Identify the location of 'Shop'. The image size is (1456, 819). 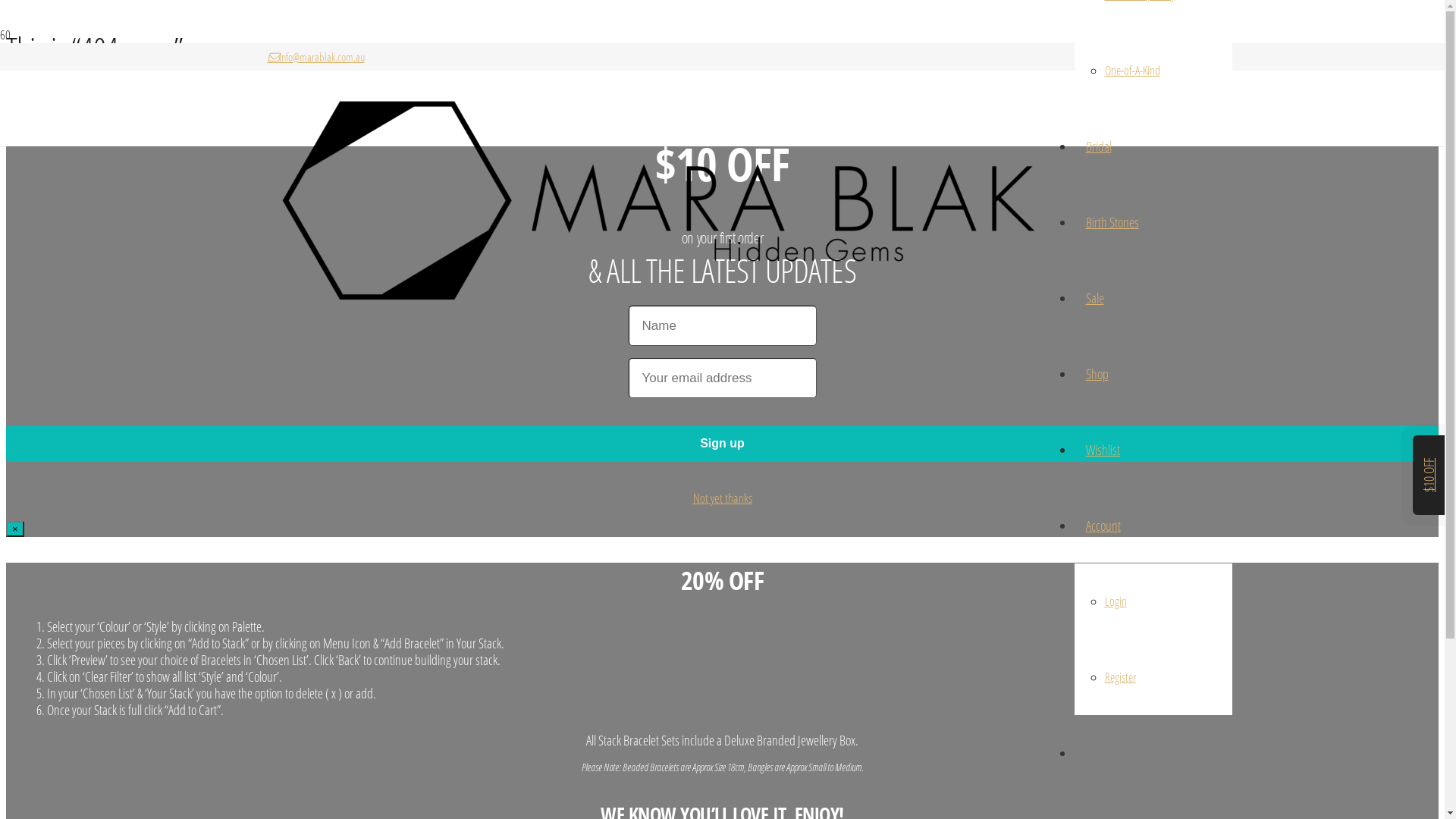
(1096, 374).